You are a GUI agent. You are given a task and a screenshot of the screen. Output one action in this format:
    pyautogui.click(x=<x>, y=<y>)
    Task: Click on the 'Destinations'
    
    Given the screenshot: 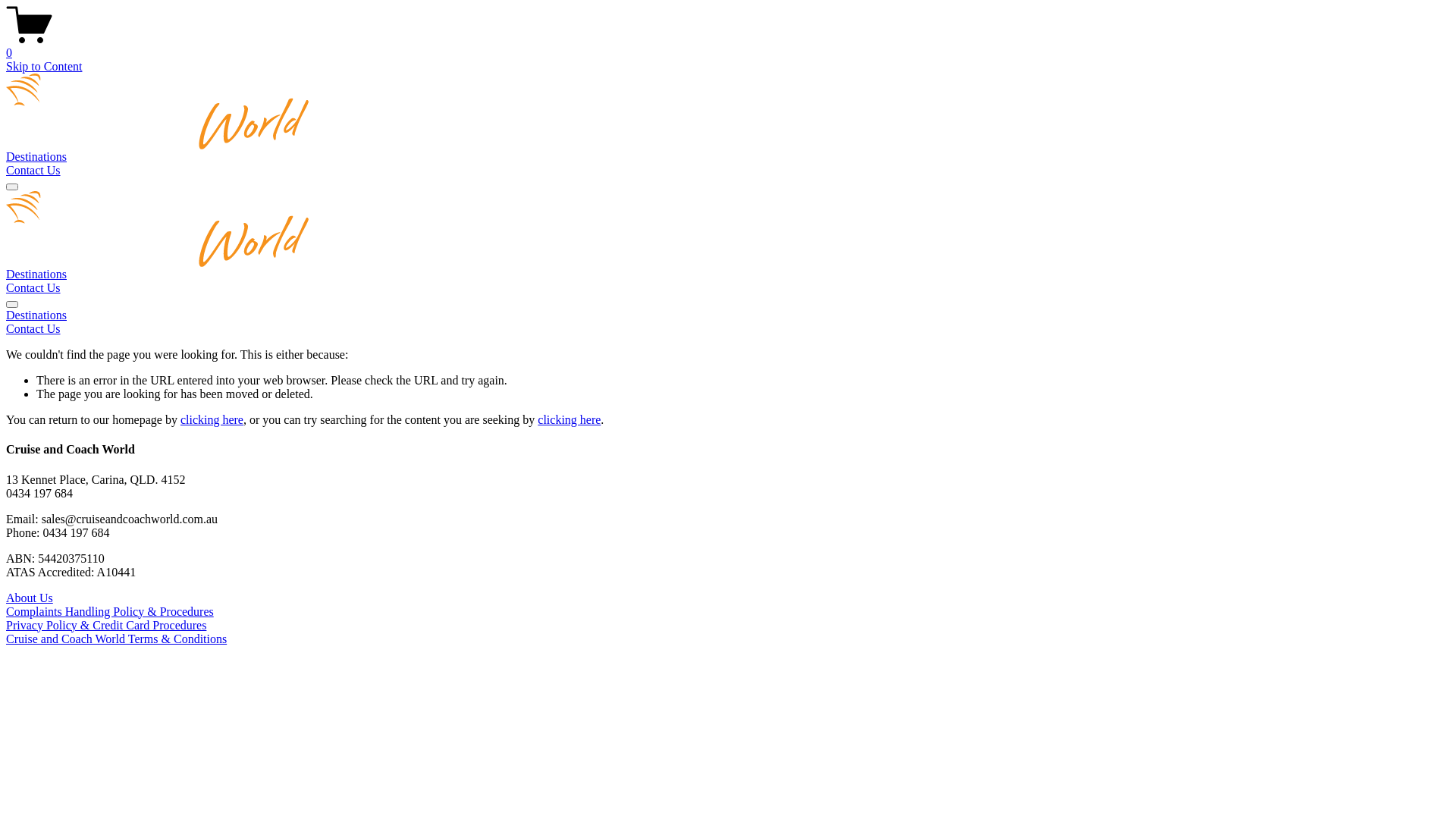 What is the action you would take?
    pyautogui.click(x=36, y=156)
    